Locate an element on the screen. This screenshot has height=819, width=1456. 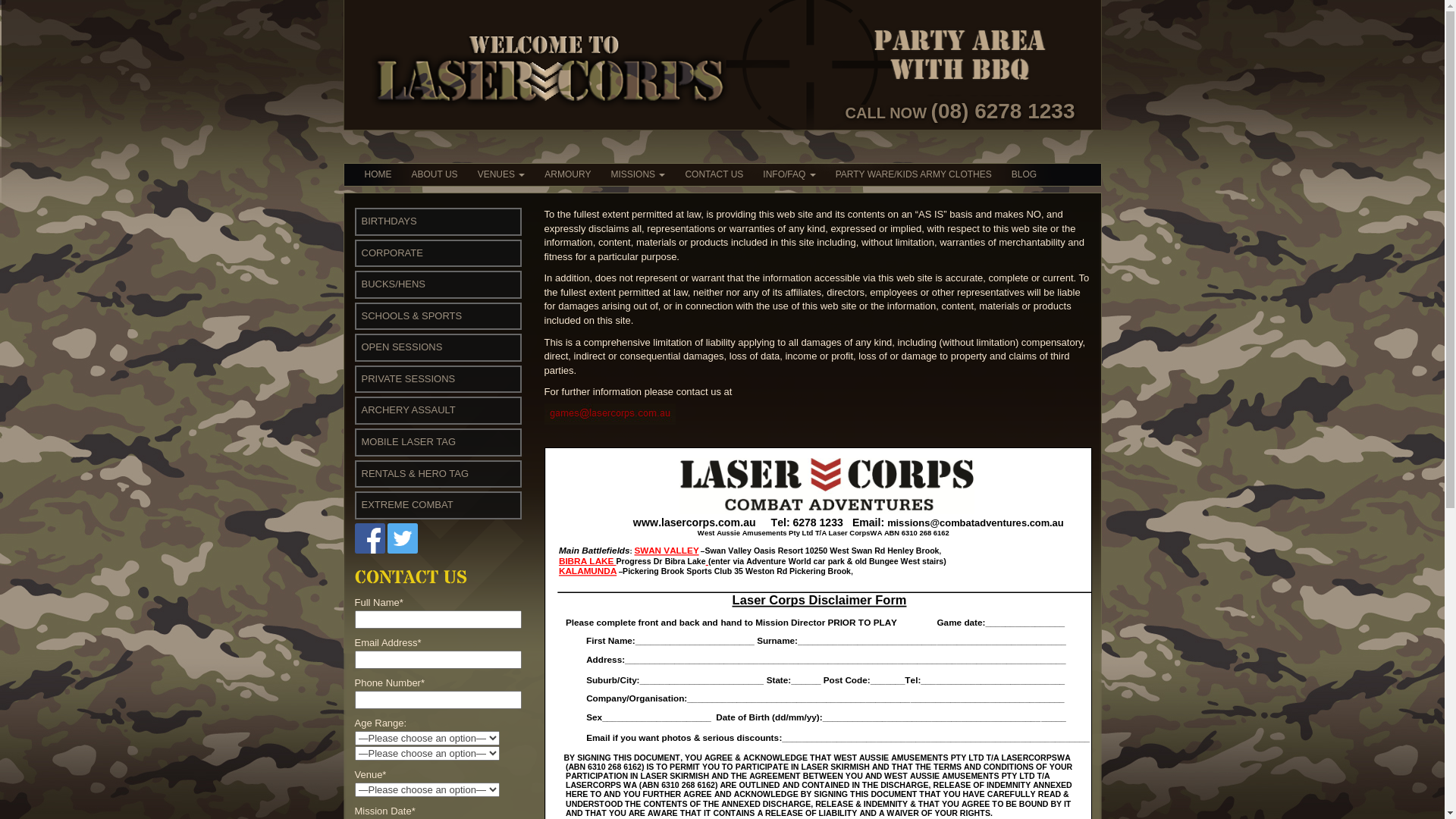
'HOME' is located at coordinates (378, 174).